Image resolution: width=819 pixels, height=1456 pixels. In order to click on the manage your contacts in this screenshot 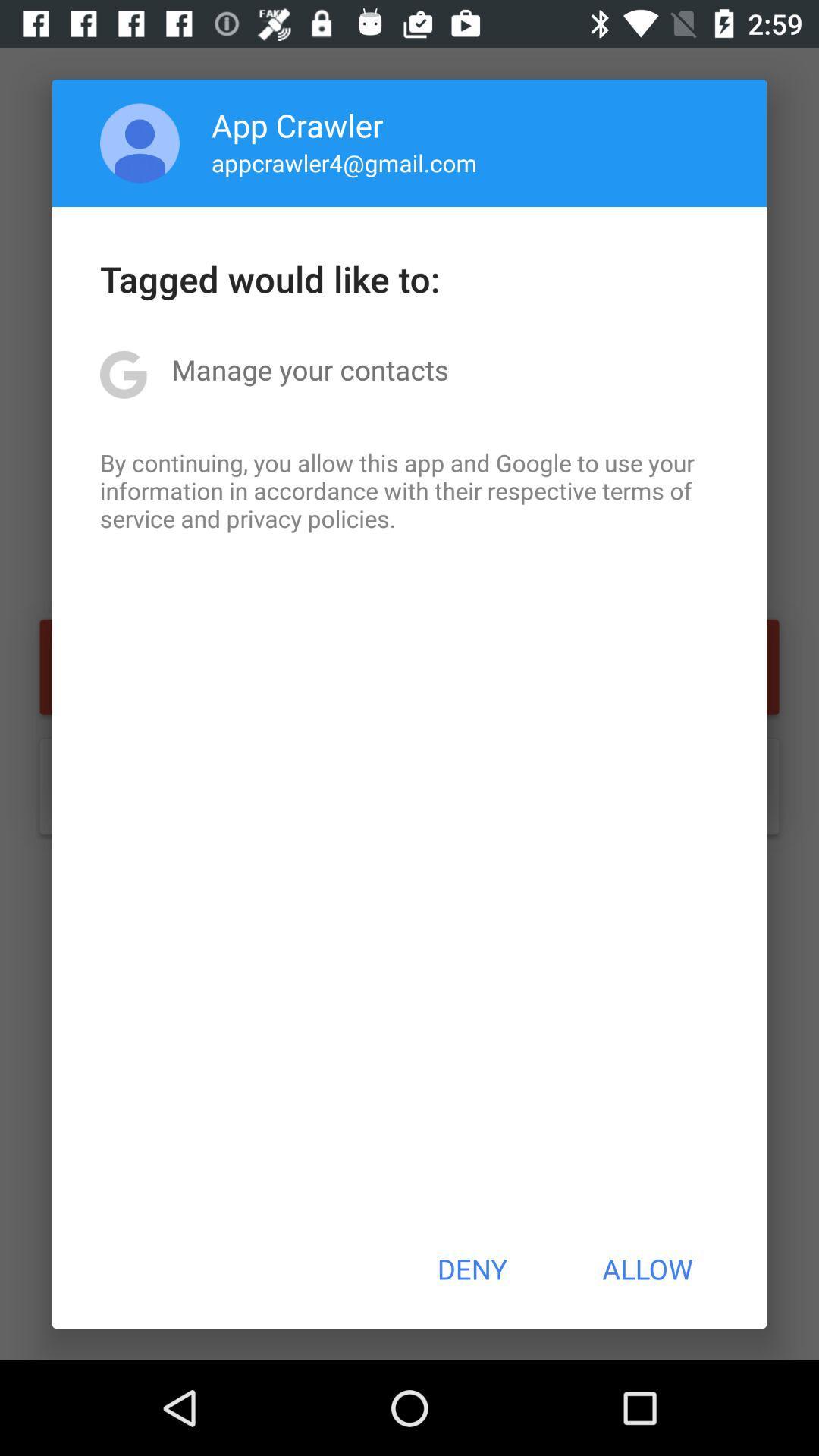, I will do `click(309, 369)`.